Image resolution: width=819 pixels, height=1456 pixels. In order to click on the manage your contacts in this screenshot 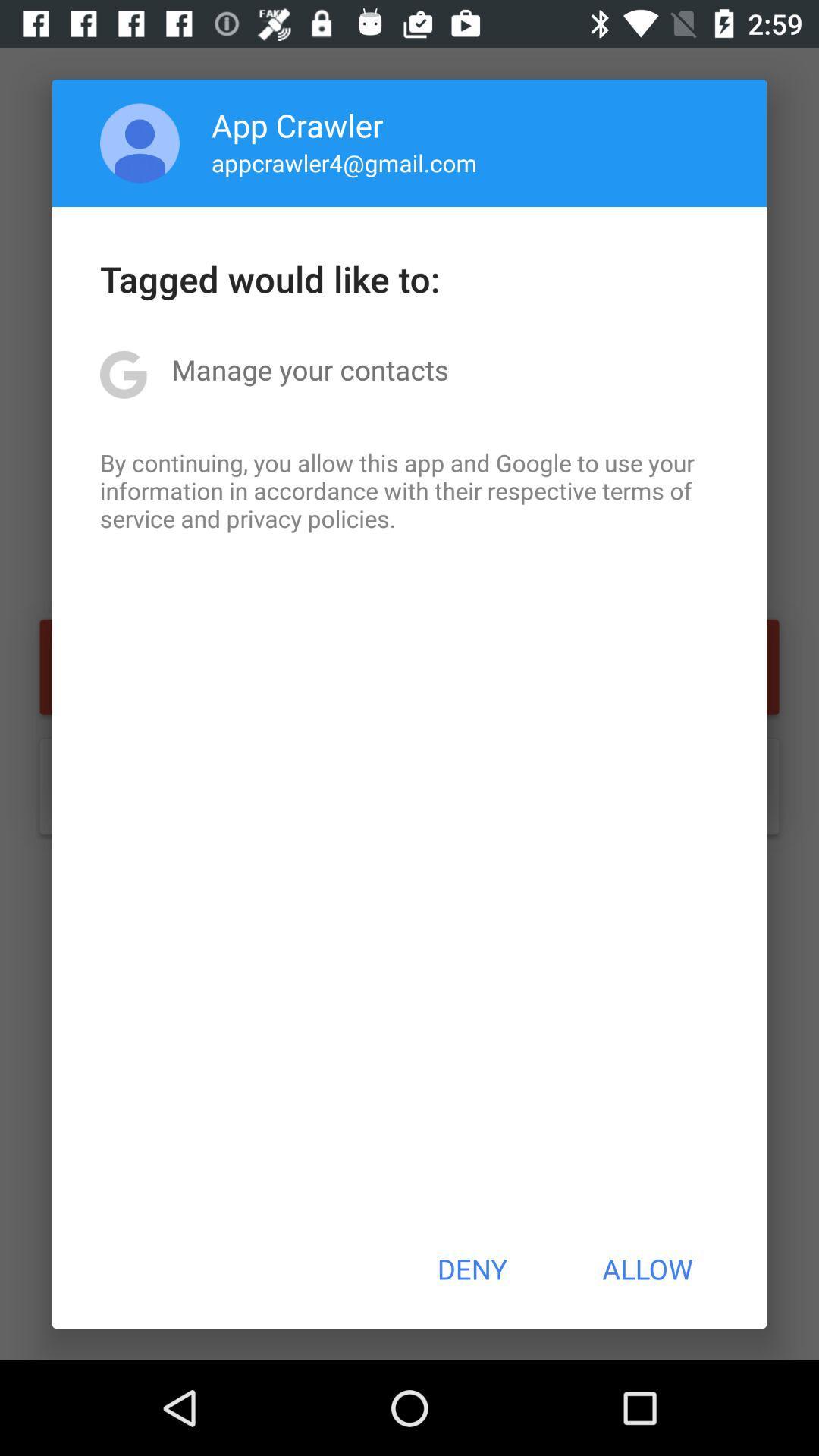, I will do `click(309, 369)`.